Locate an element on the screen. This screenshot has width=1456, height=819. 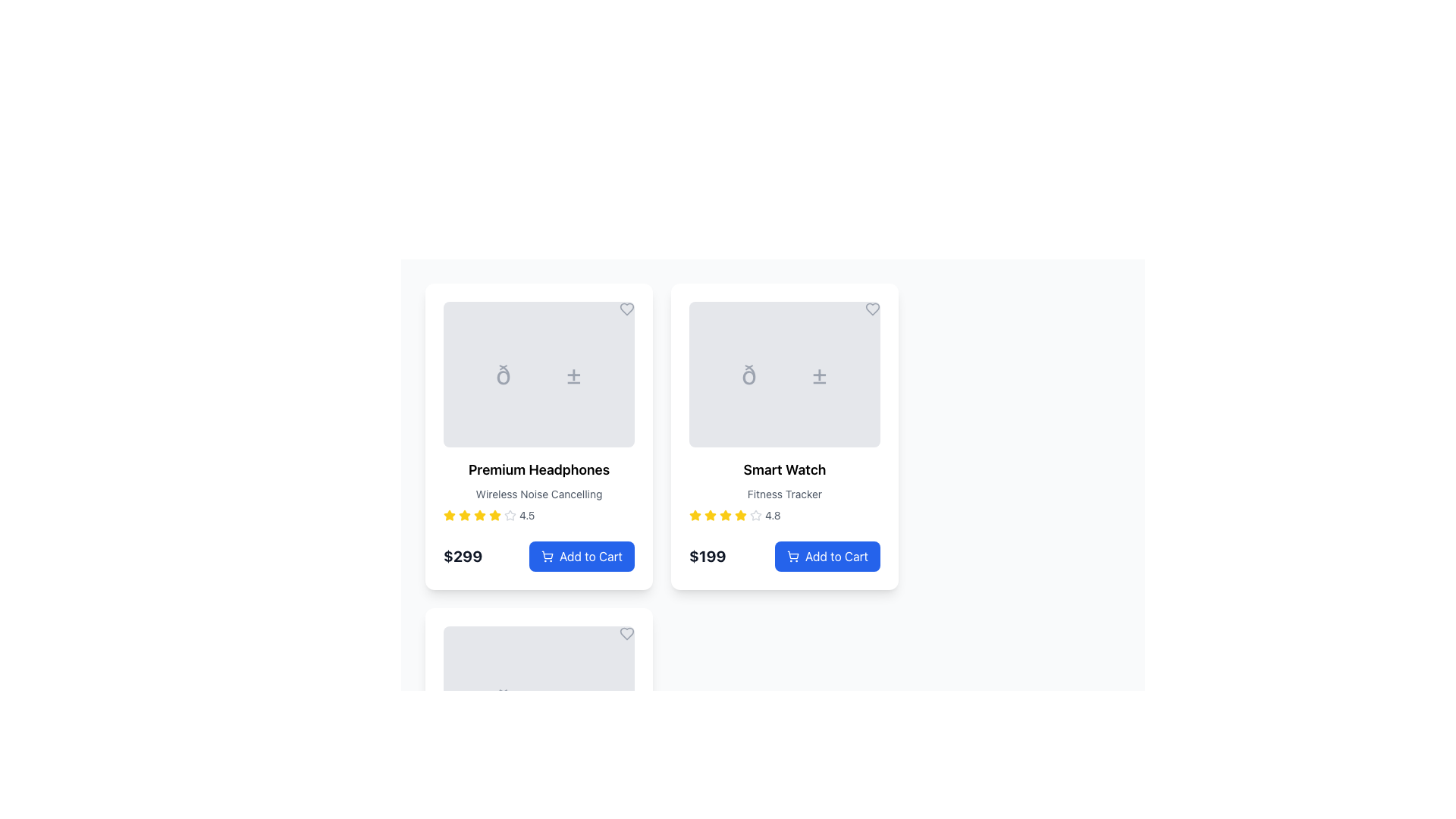
the text label reading 'Fitness Tracker', which is styled in a small, gray font and located beneath the main title 'Smart Watch' within the product card is located at coordinates (785, 494).